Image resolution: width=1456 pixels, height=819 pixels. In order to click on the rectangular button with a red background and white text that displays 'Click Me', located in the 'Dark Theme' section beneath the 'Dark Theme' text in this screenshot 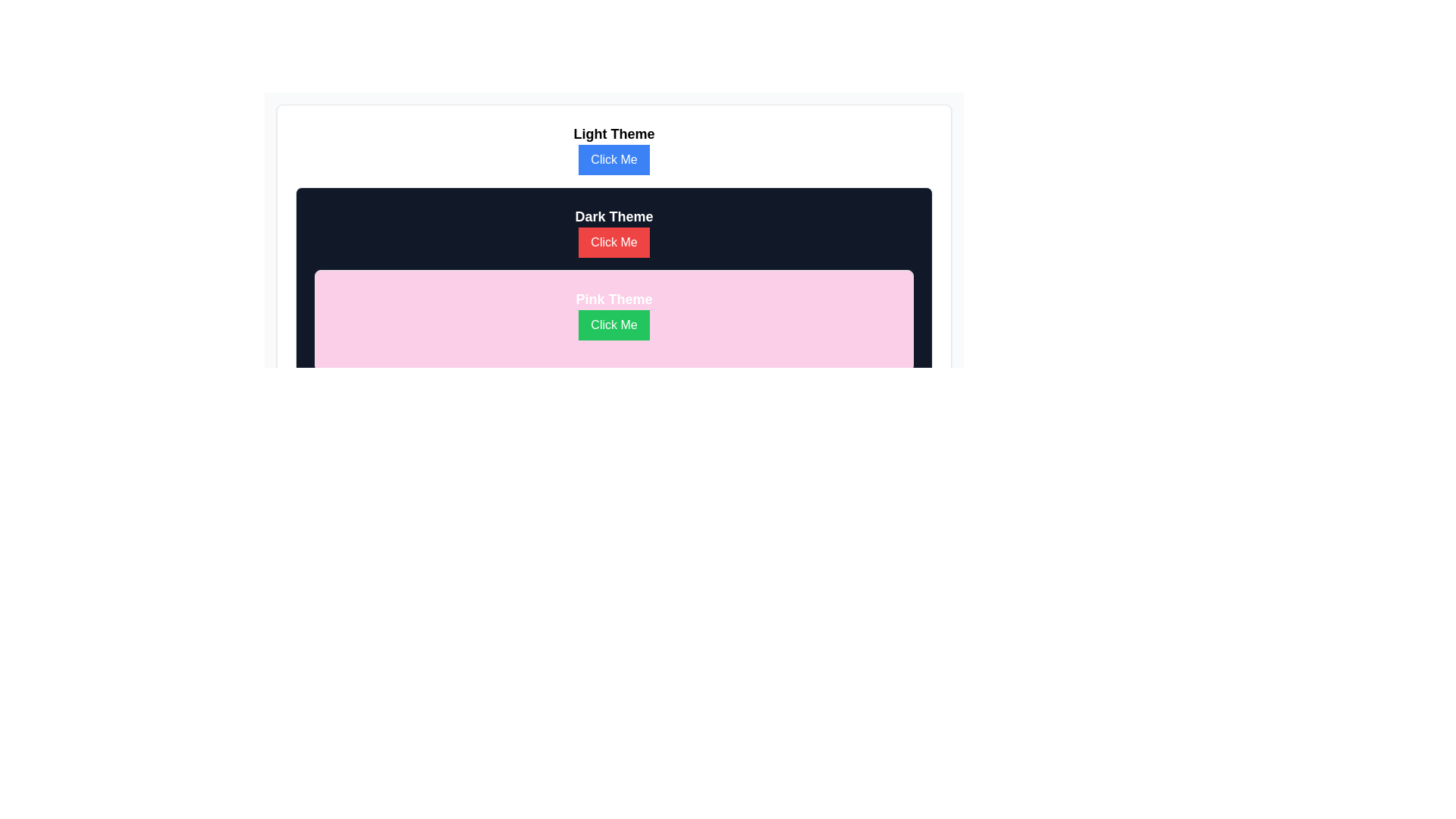, I will do `click(614, 242)`.